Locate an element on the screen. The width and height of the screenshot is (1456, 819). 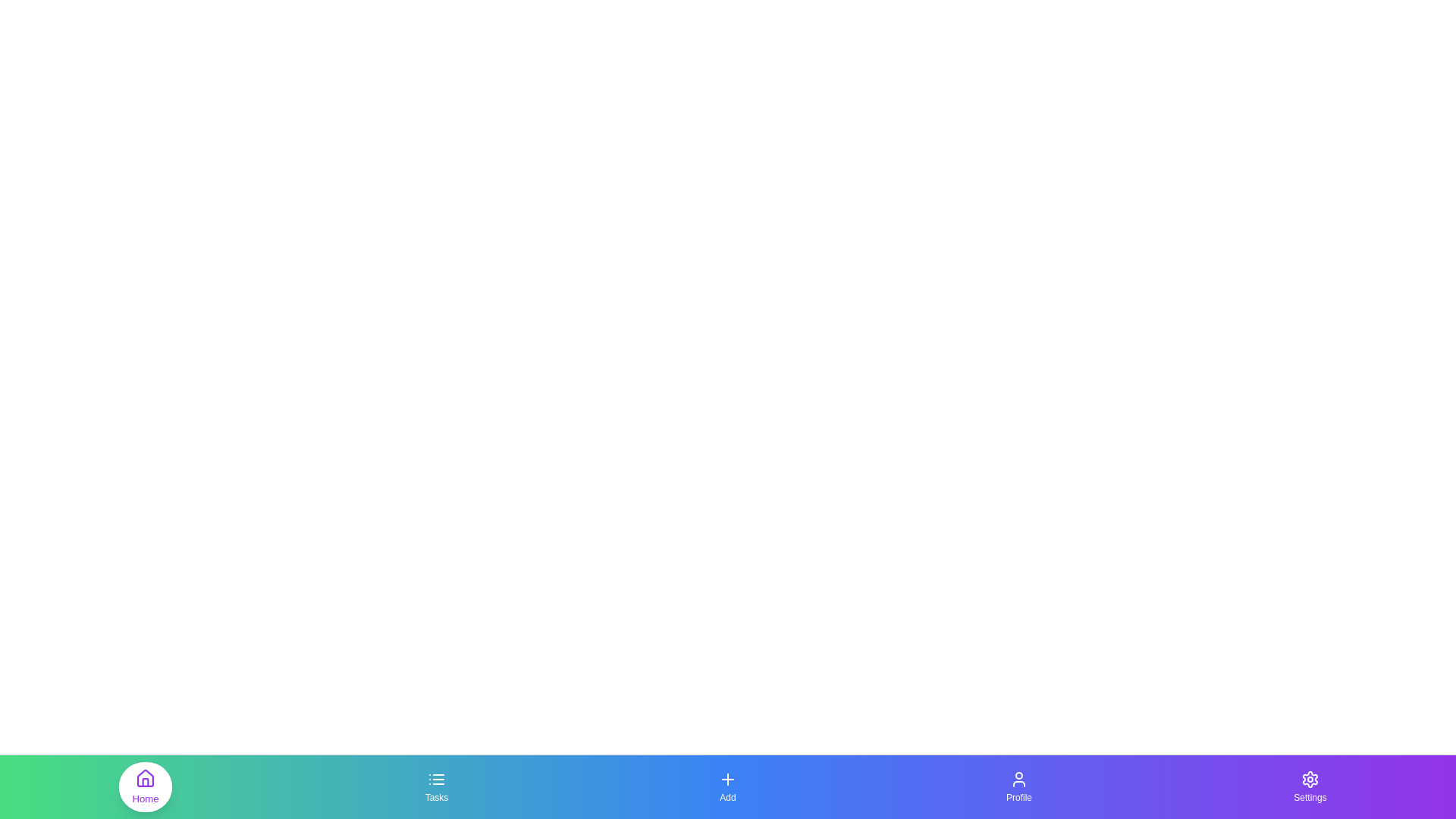
the Settings navigation tab to change the active section is located at coordinates (1310, 786).